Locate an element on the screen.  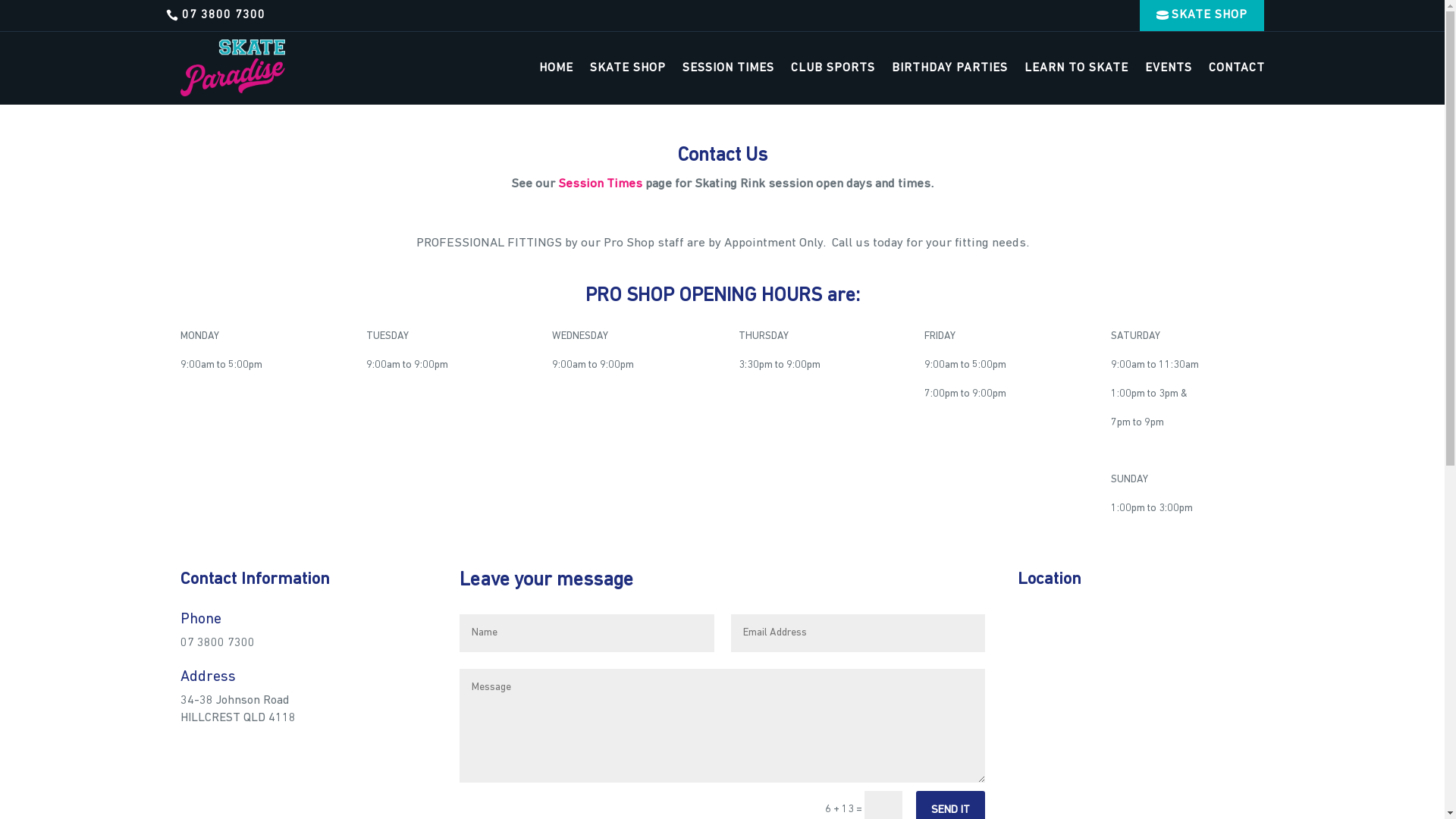
'SKATE SHOP' is located at coordinates (1200, 15).